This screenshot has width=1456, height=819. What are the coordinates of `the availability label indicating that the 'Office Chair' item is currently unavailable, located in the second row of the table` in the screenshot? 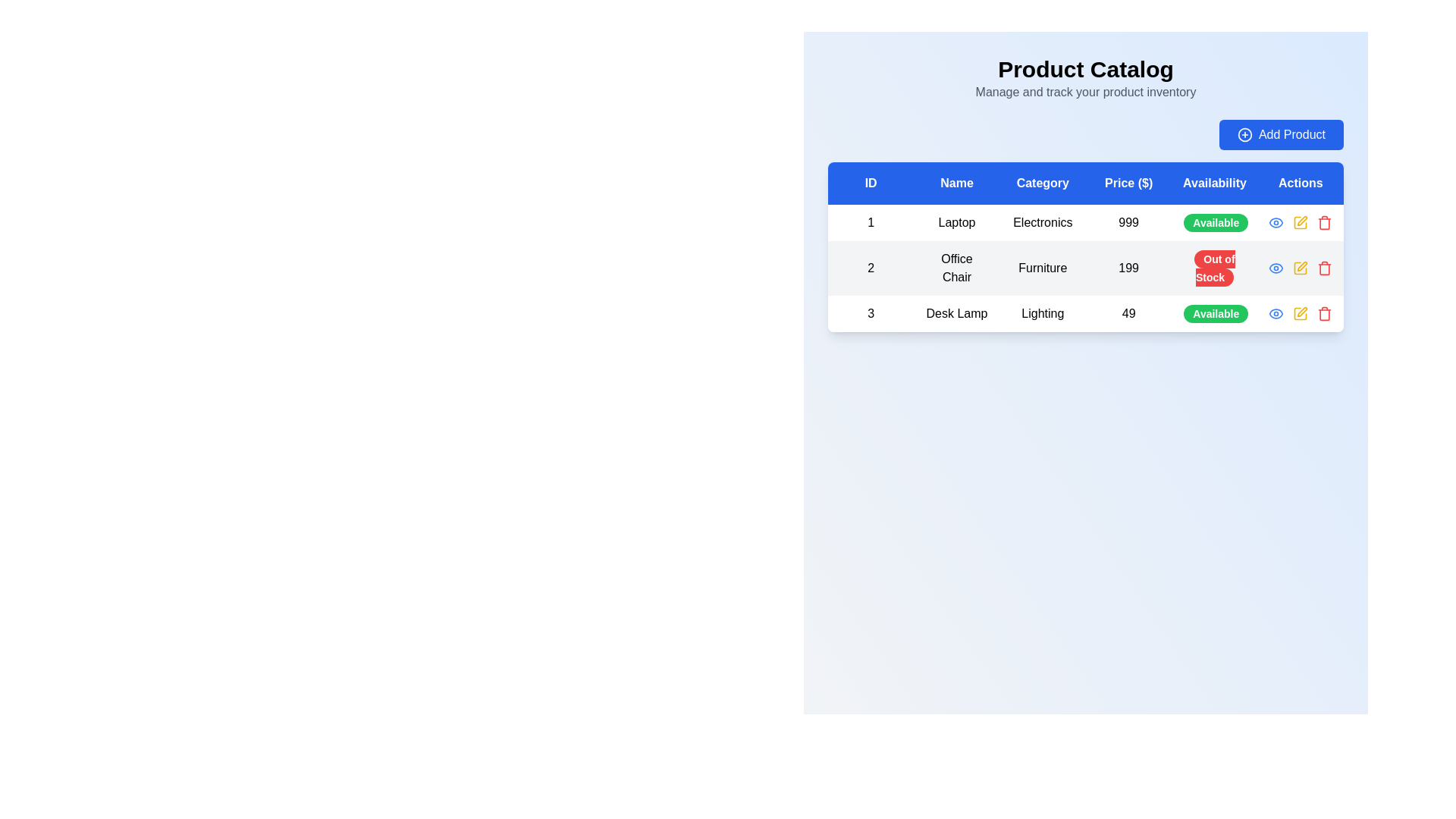 It's located at (1215, 268).